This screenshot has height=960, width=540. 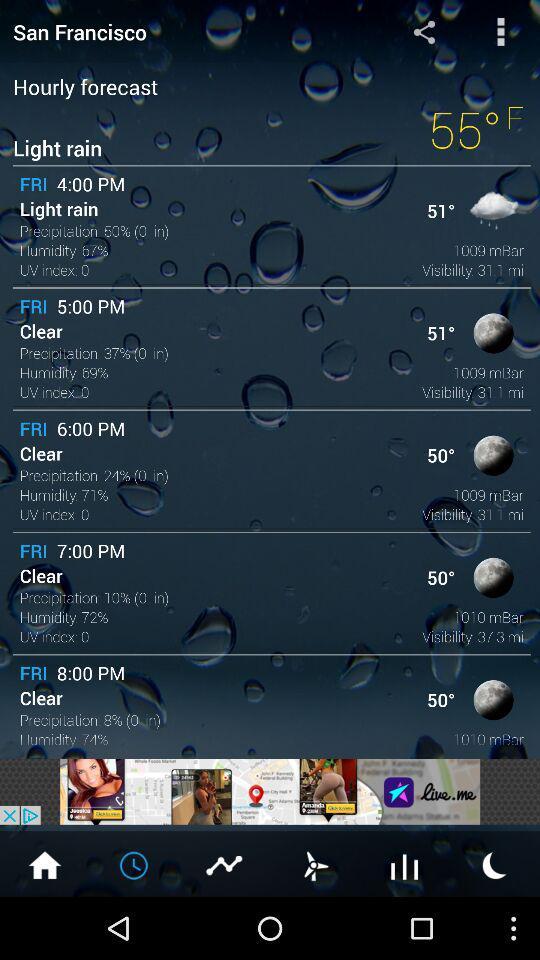 I want to click on share forecast, so click(x=423, y=30).